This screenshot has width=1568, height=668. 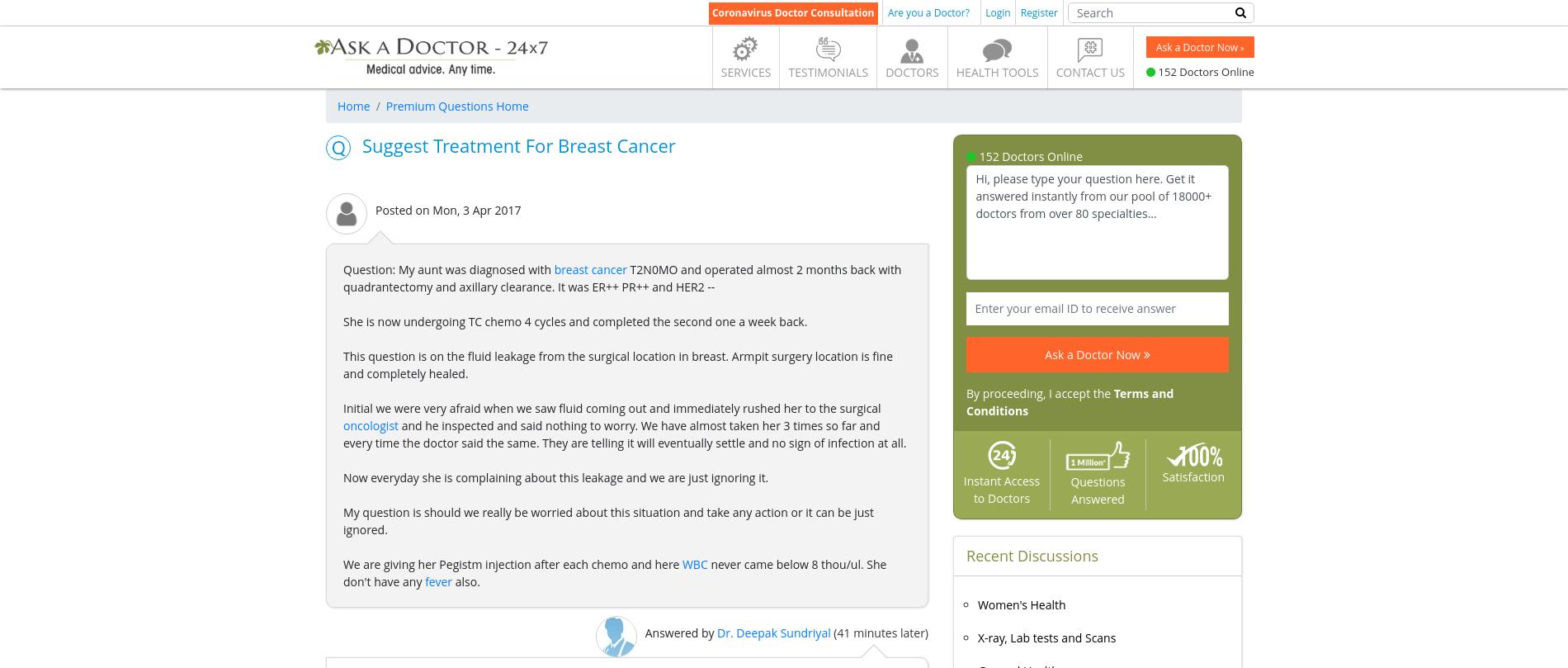 What do you see at coordinates (574, 321) in the screenshot?
I see `'She is now undergoing TC chemo 4 cycles and completed the second one a week back.'` at bounding box center [574, 321].